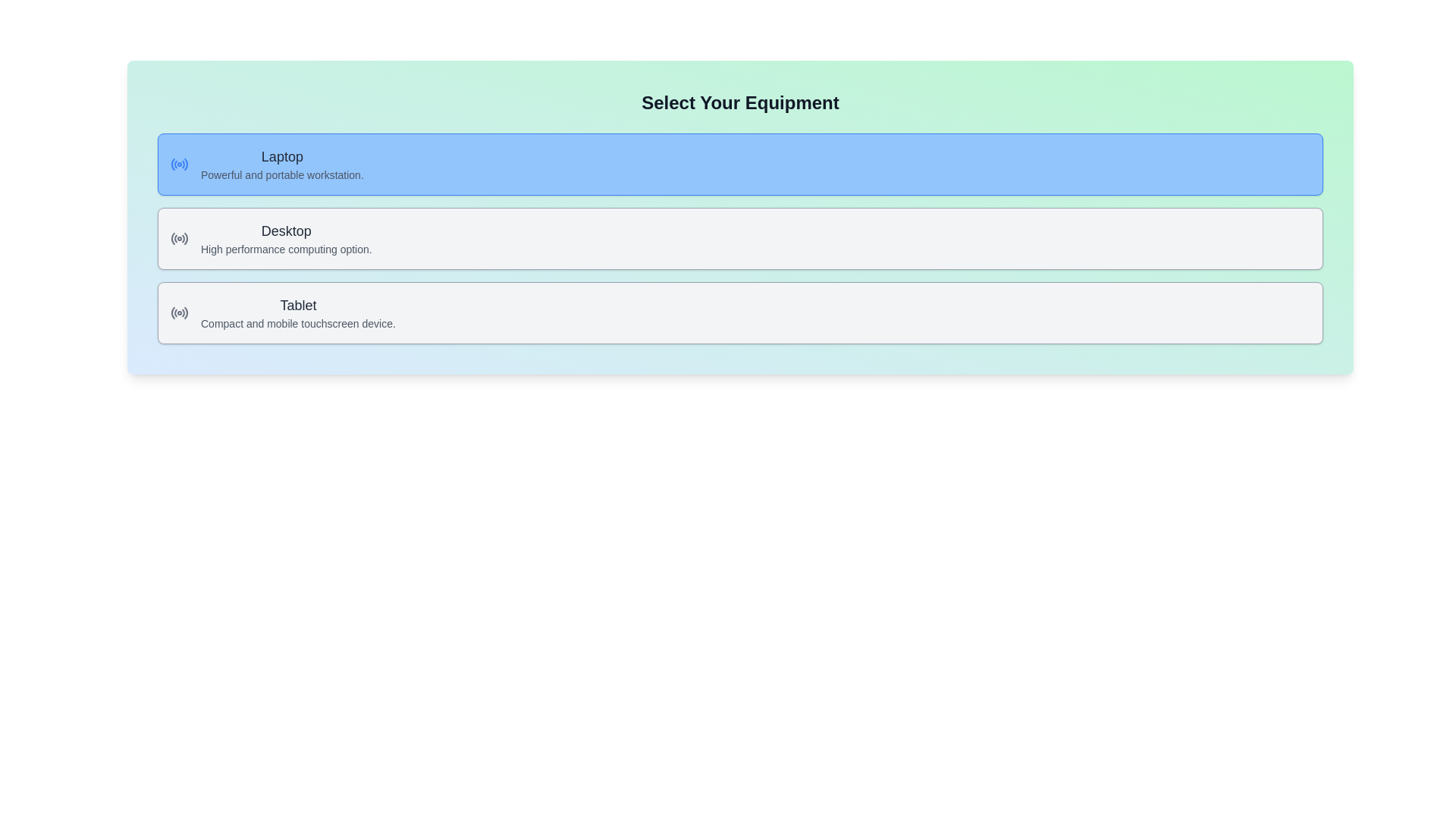 The height and width of the screenshot is (819, 1456). Describe the element at coordinates (282, 164) in the screenshot. I see `the descriptive label that displays 'Laptop' in a bold font and 'Powerful and portable workstation.' below it, set within a blue rectangular background at the top of the list containing 'Desktop' and 'Tablet'` at that location.